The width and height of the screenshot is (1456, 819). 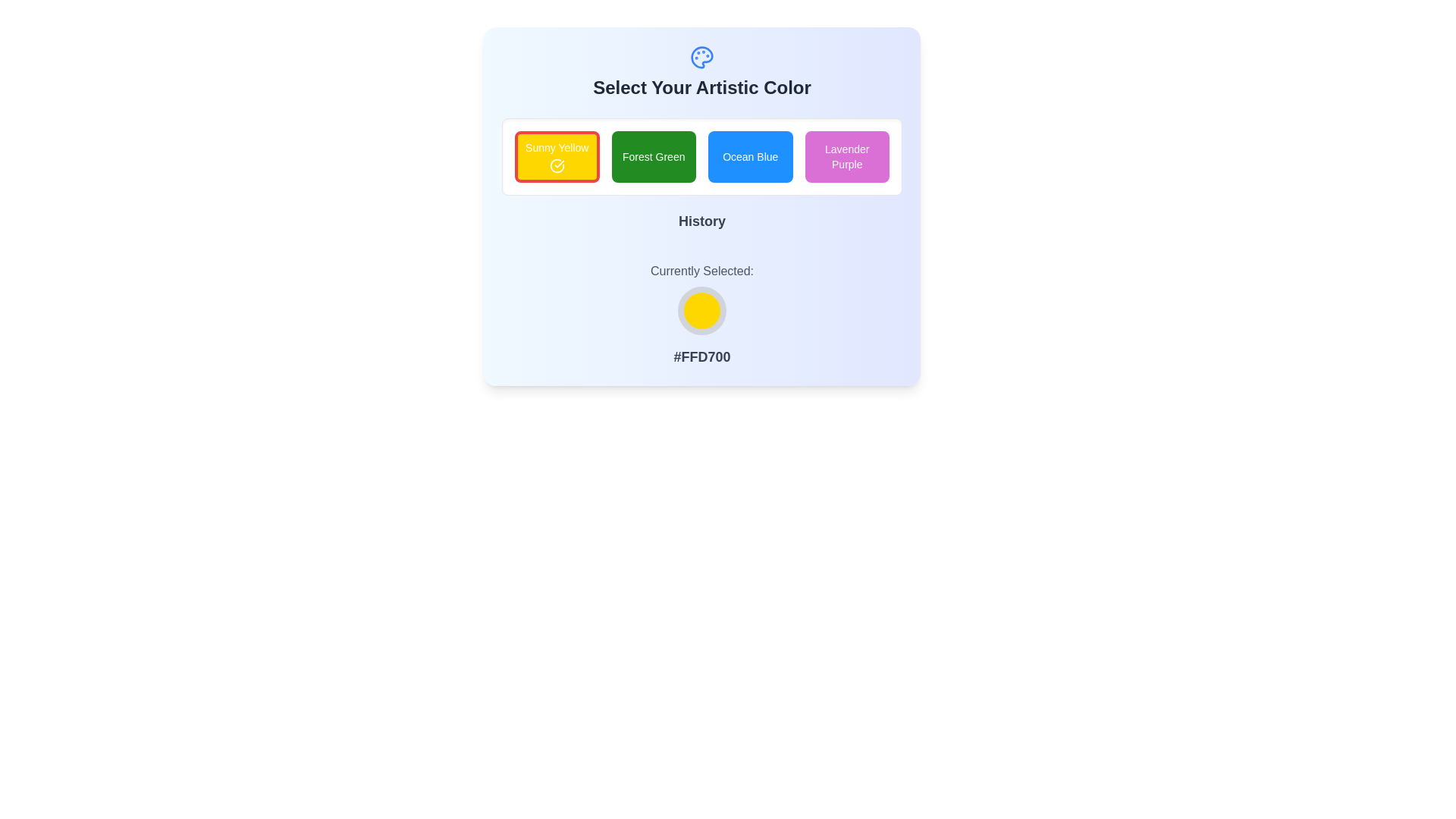 What do you see at coordinates (701, 87) in the screenshot?
I see `heading text 'Select Your Artistic Color' which is prominently styled in dark gray and positioned at the top of the interface, below the palette icon` at bounding box center [701, 87].